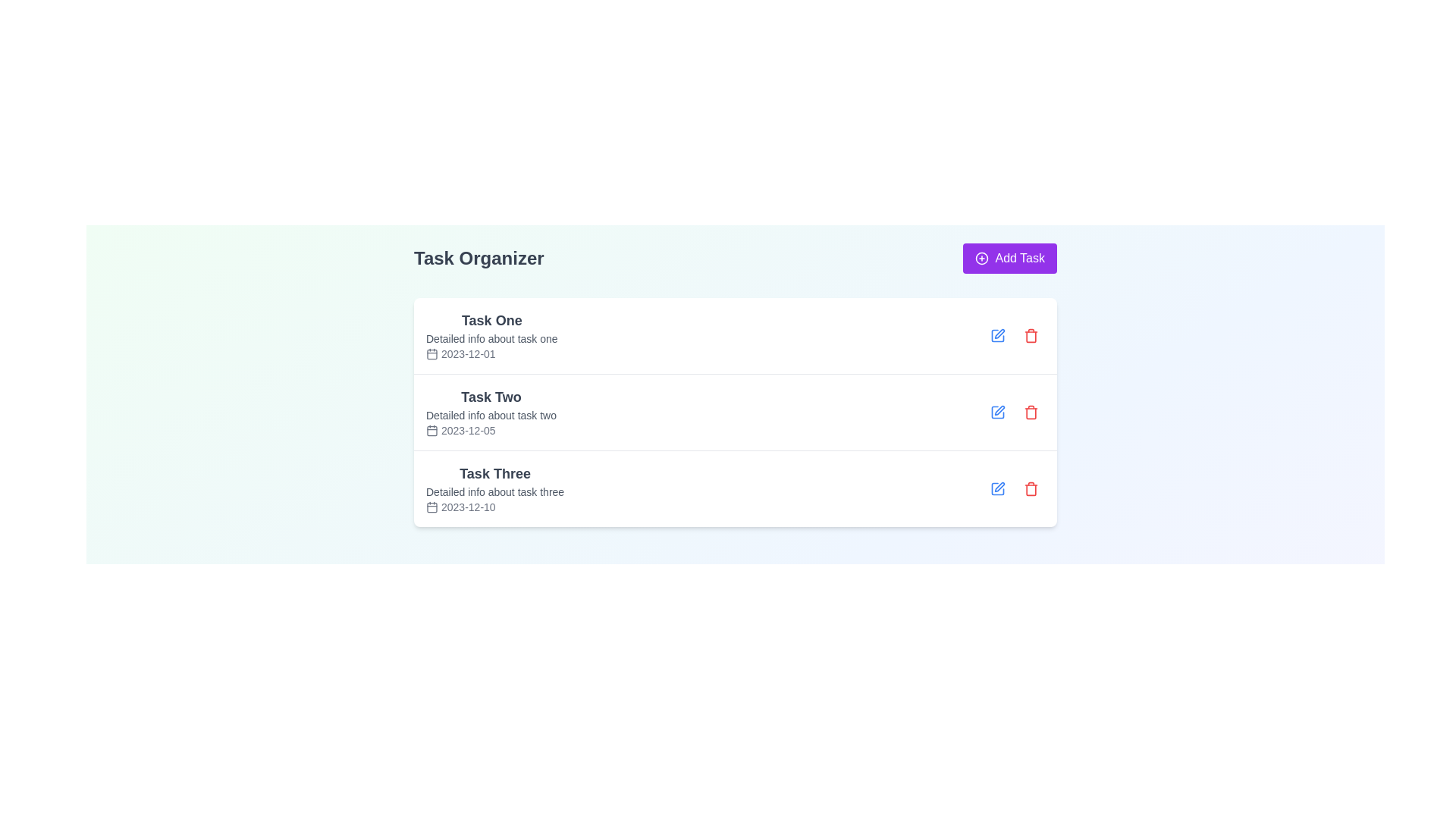  What do you see at coordinates (999, 410) in the screenshot?
I see `the Vector icon (SVG) located at the center right of the task card labeled 'Task Two' to initiate an edit action` at bounding box center [999, 410].